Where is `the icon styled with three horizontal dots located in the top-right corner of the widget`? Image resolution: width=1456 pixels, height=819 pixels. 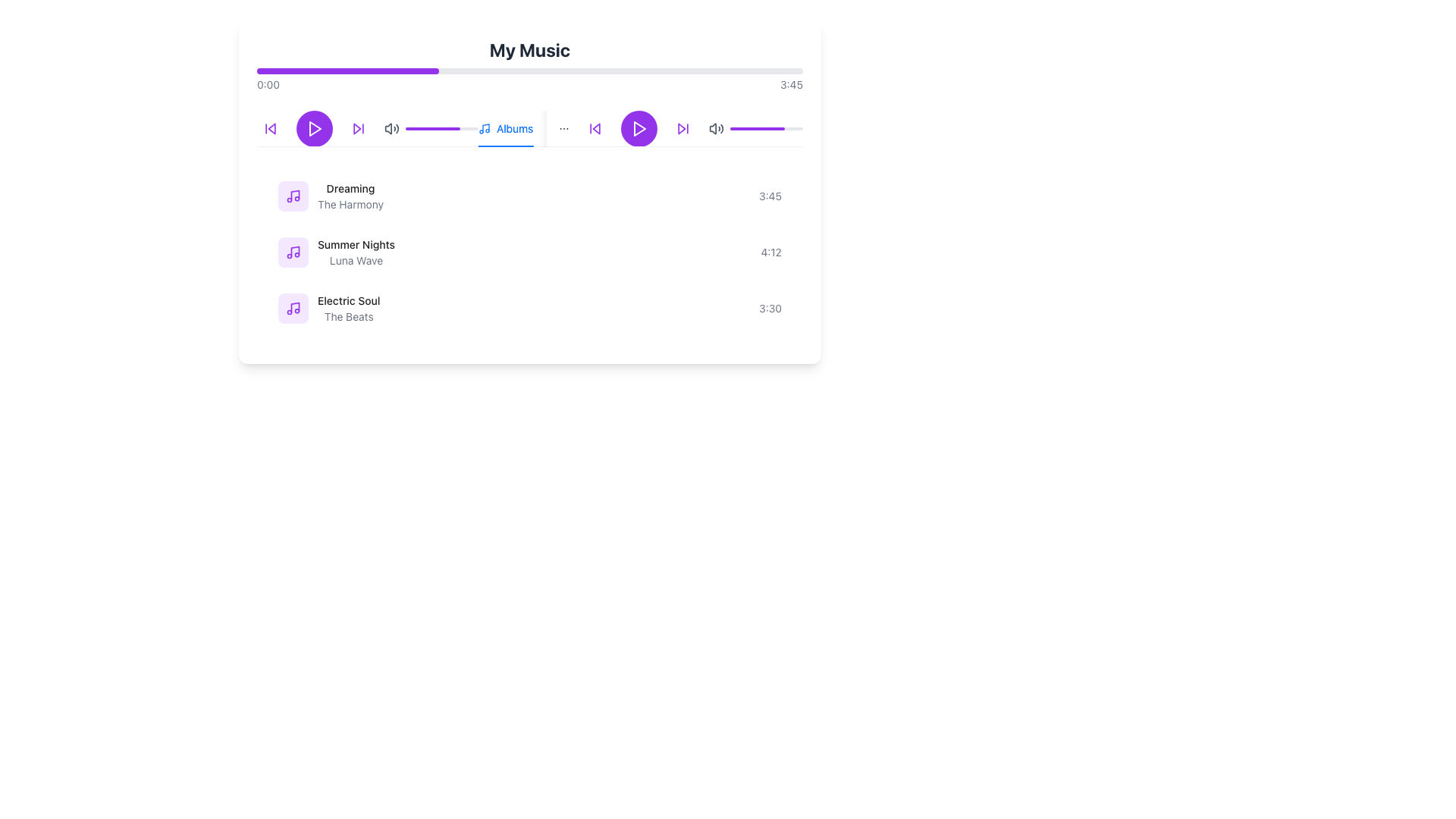 the icon styled with three horizontal dots located in the top-right corner of the widget is located at coordinates (563, 127).